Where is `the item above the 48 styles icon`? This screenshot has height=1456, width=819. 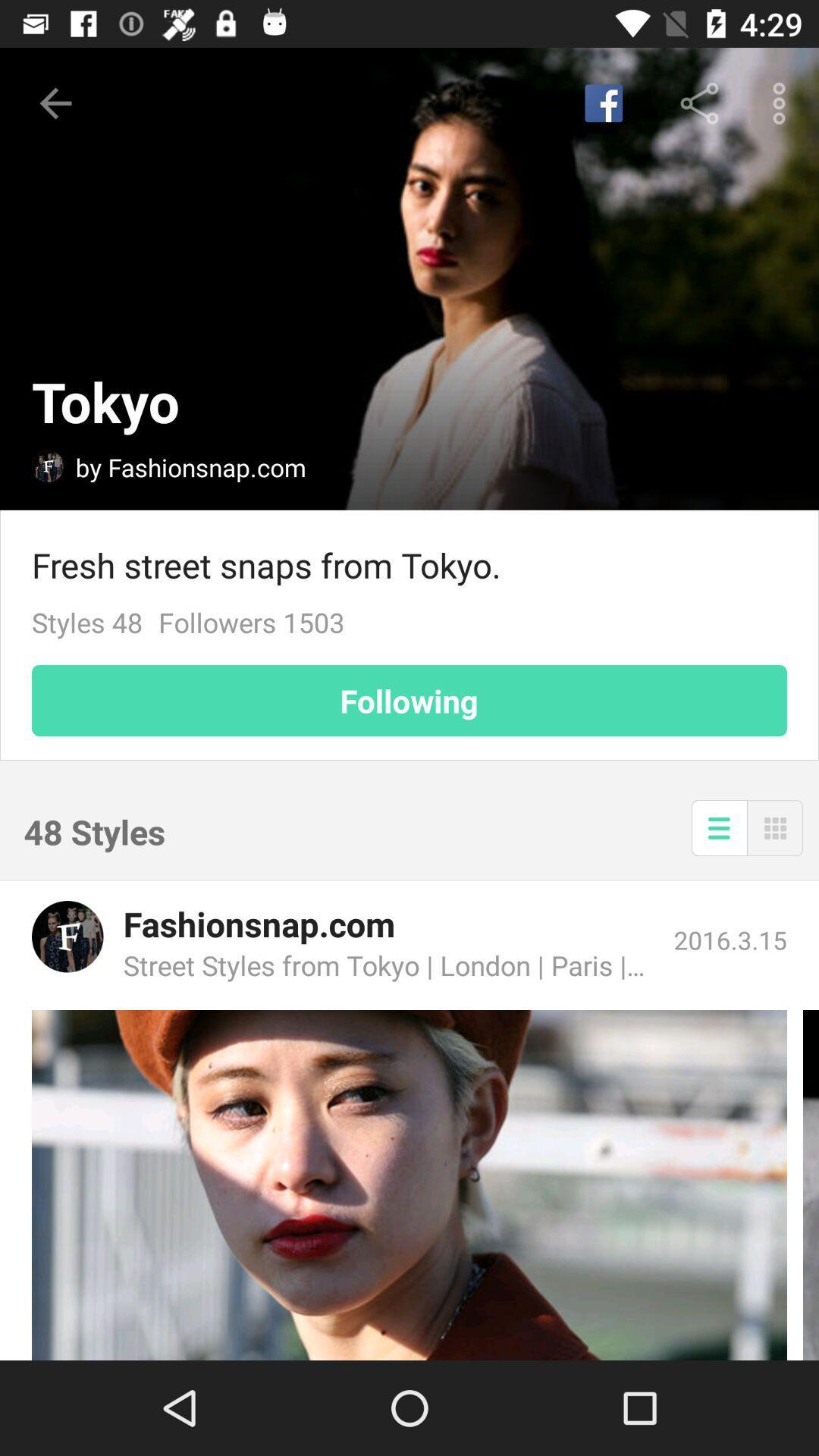
the item above the 48 styles icon is located at coordinates (409, 700).